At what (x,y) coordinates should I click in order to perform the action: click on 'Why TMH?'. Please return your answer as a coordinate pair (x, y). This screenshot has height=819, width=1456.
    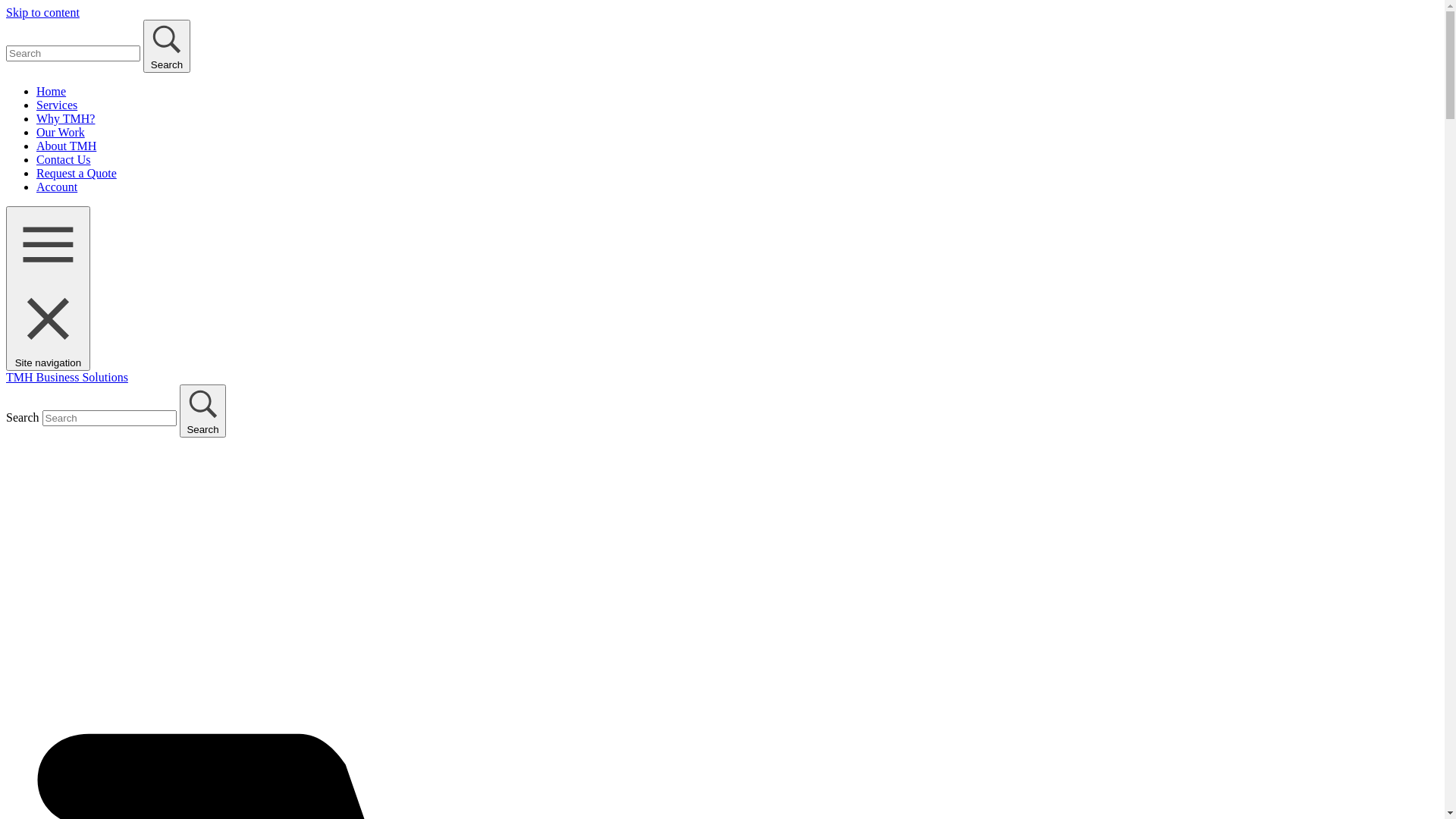
    Looking at the image, I should click on (64, 118).